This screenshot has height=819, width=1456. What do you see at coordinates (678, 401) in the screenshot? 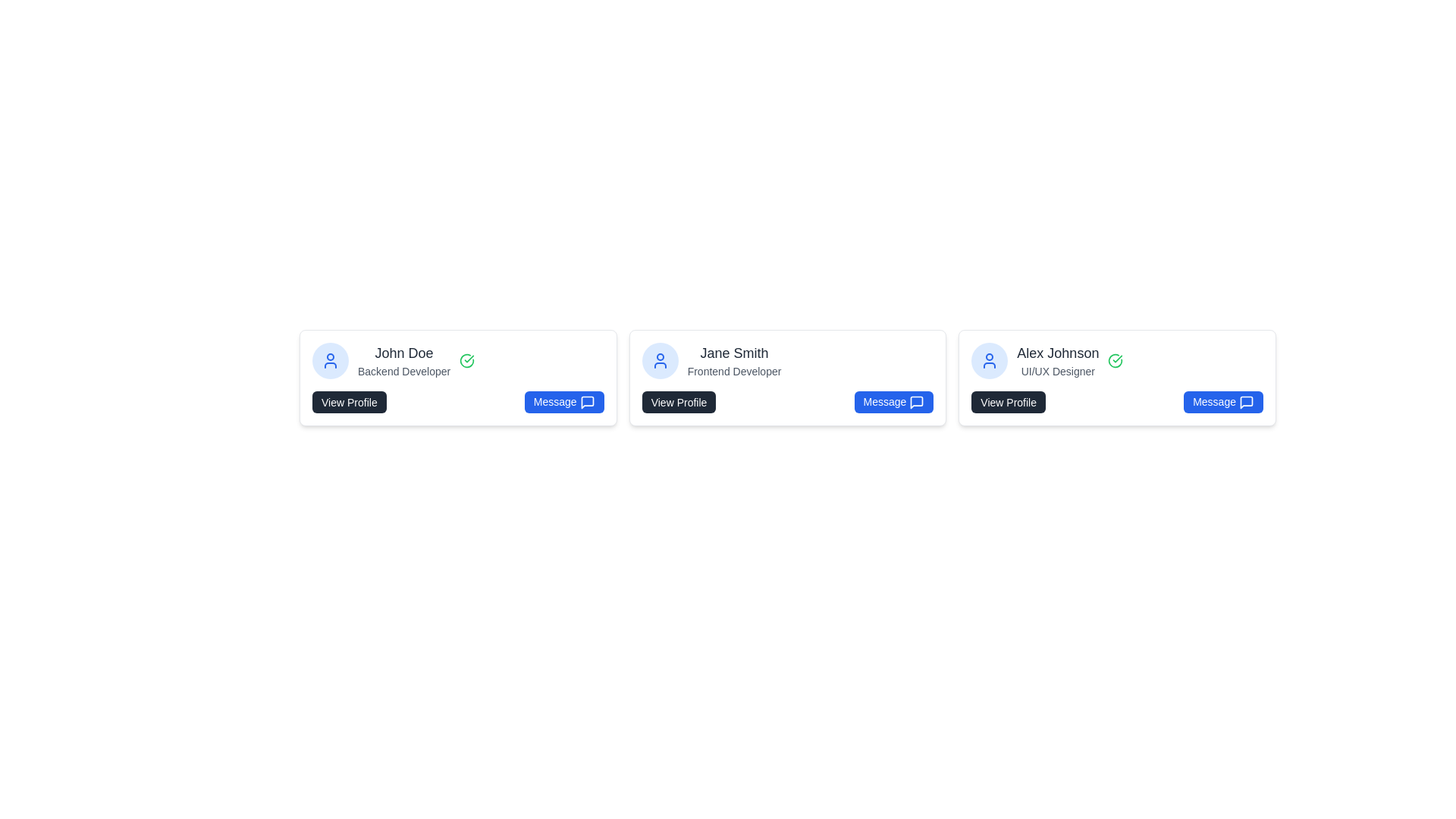
I see `the 'View Profile' button, which has a dark gray background and white text, to change its background color to black` at bounding box center [678, 401].